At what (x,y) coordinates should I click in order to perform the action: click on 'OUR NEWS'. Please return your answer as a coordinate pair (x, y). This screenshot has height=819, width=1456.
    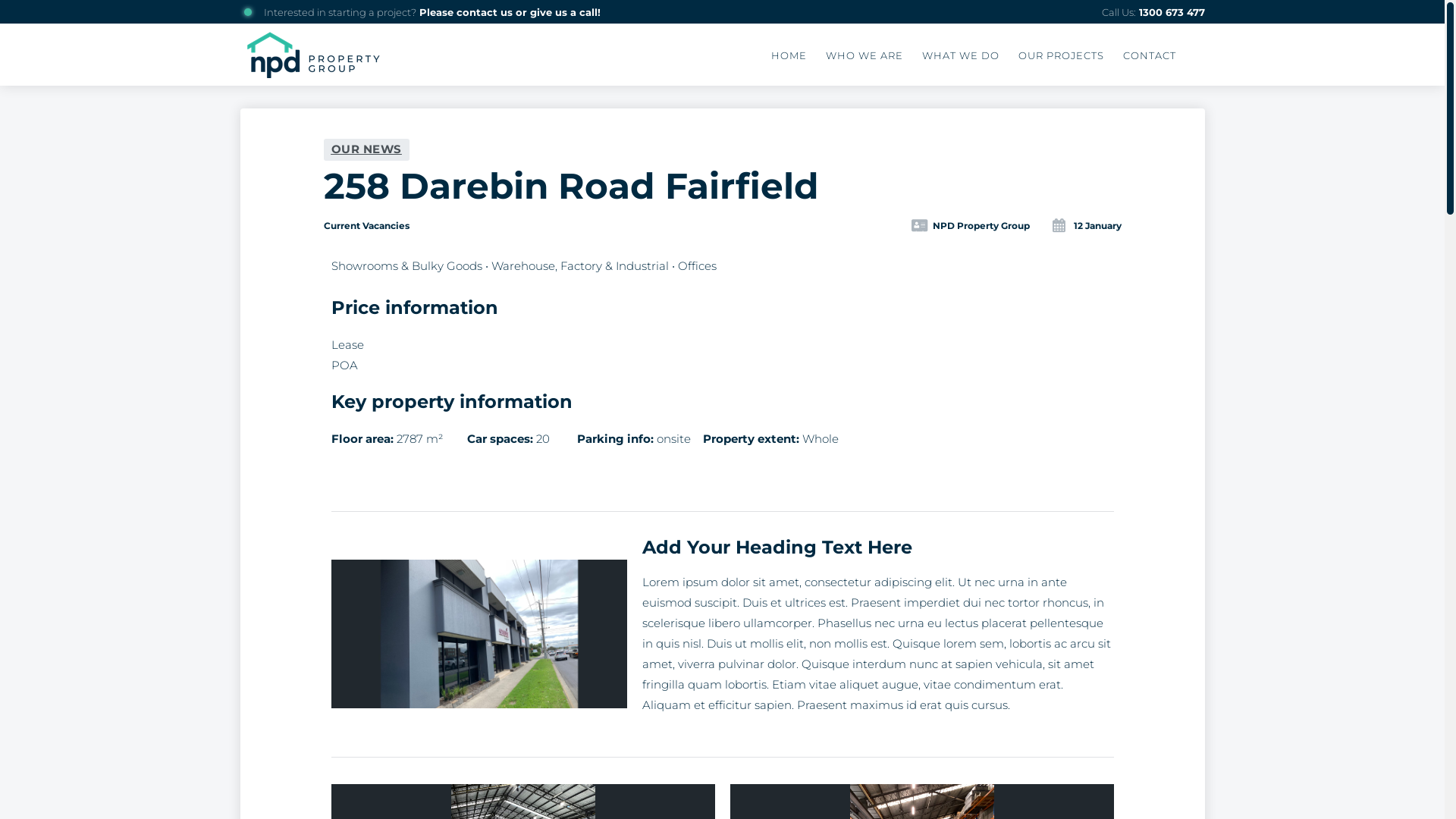
    Looking at the image, I should click on (366, 149).